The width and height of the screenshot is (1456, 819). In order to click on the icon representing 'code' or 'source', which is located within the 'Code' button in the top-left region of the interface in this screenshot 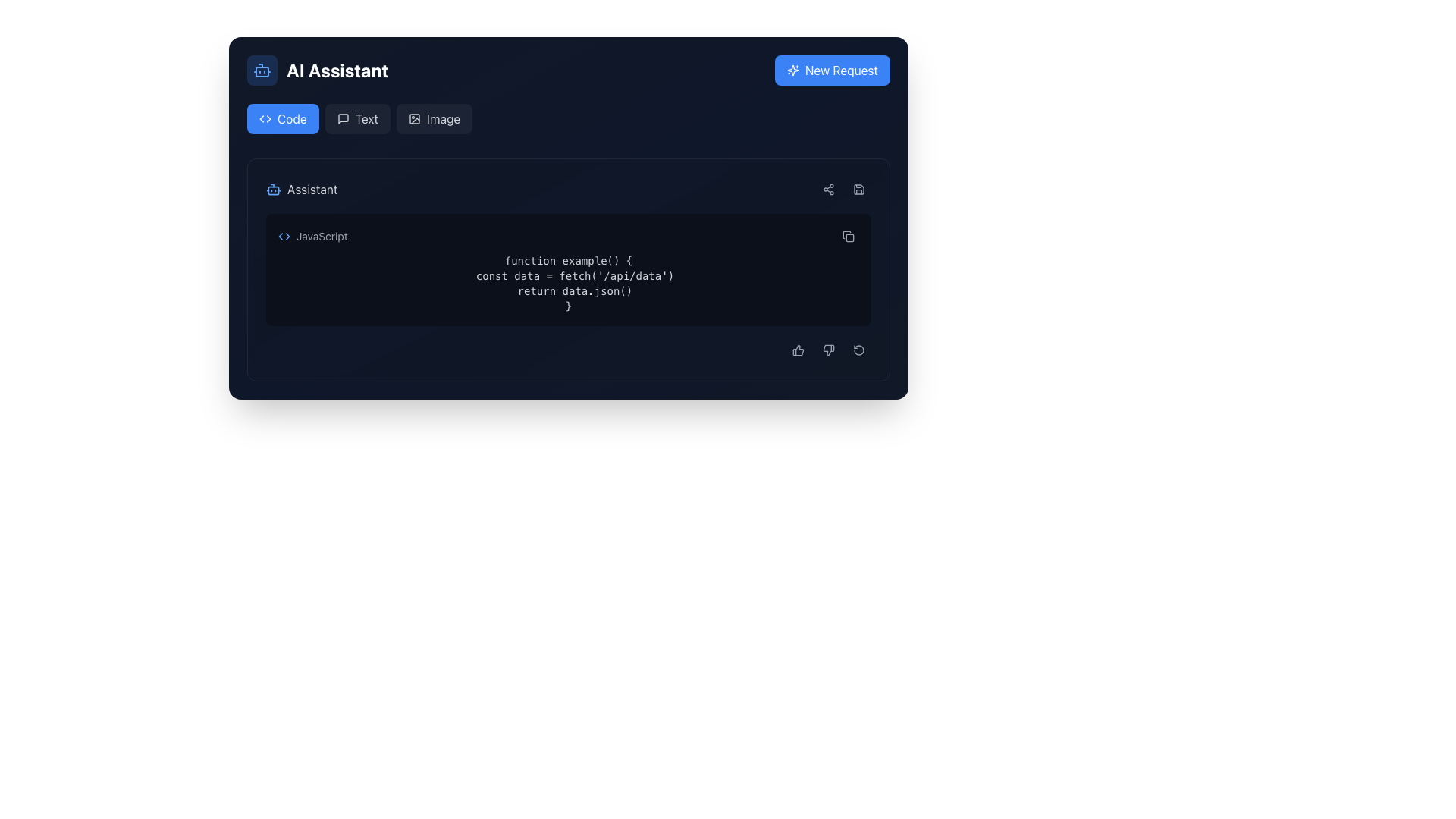, I will do `click(265, 118)`.